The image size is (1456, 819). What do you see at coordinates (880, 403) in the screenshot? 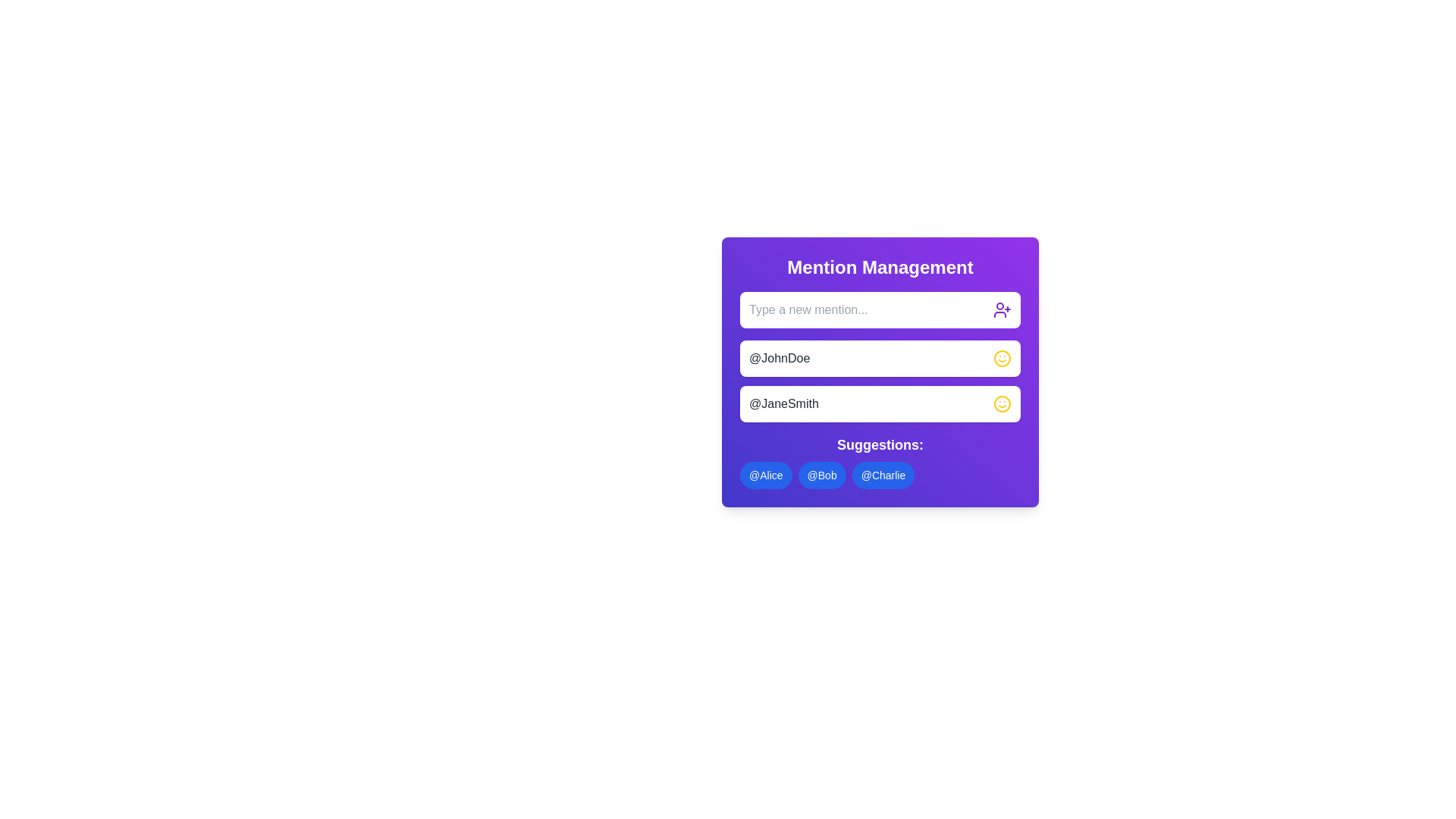
I see `the interactive list item with the text '@JaneSmith' and a yellow smiley-face icon` at bounding box center [880, 403].